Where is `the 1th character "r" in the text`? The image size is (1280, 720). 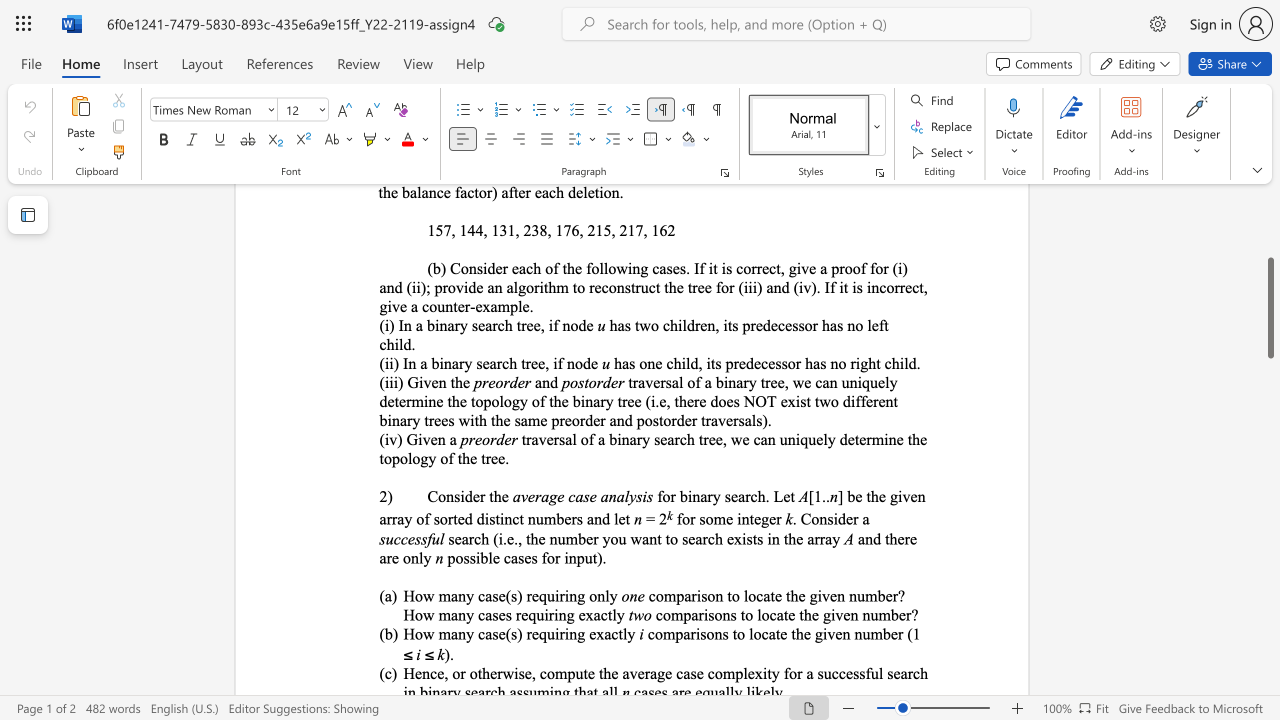 the 1th character "r" in the text is located at coordinates (673, 495).